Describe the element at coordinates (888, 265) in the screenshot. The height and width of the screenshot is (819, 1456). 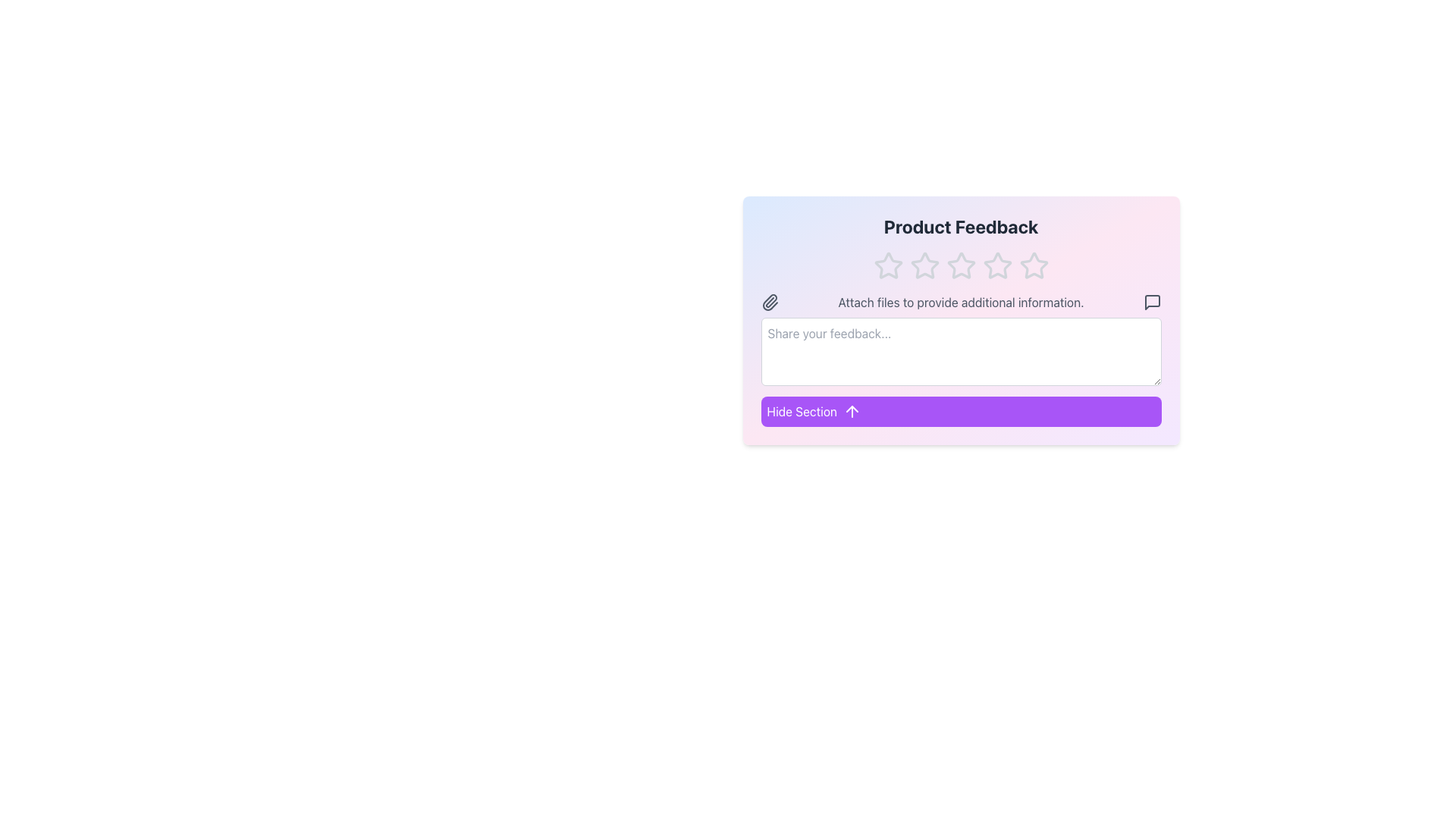
I see `the first star icon in the feedback section, directly under the 'Product Feedback' label, to register a 1-star rating` at that location.